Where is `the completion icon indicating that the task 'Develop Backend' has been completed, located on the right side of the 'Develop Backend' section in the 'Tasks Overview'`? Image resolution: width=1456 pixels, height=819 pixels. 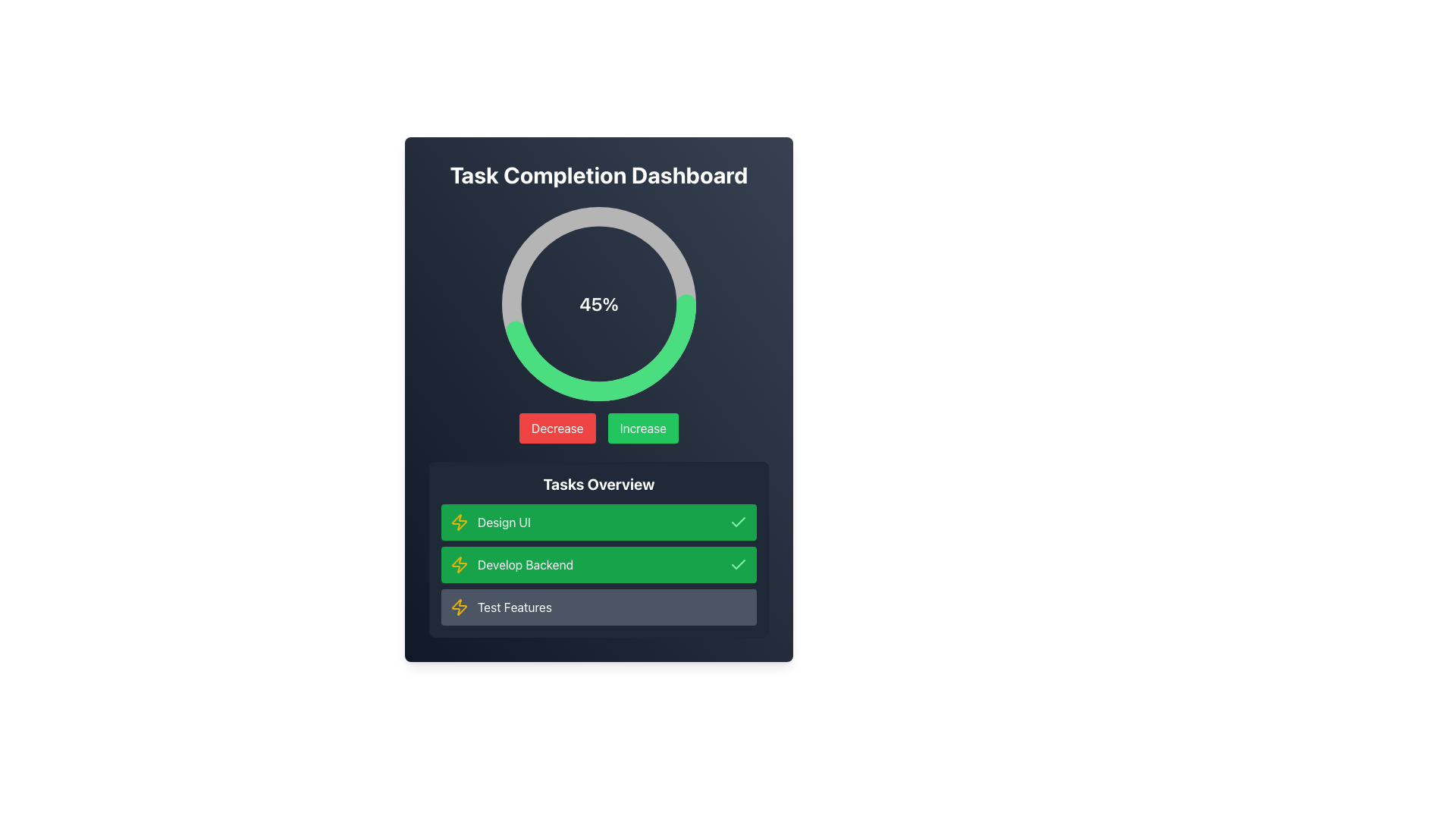
the completion icon indicating that the task 'Develop Backend' has been completed, located on the right side of the 'Develop Backend' section in the 'Tasks Overview' is located at coordinates (739, 564).